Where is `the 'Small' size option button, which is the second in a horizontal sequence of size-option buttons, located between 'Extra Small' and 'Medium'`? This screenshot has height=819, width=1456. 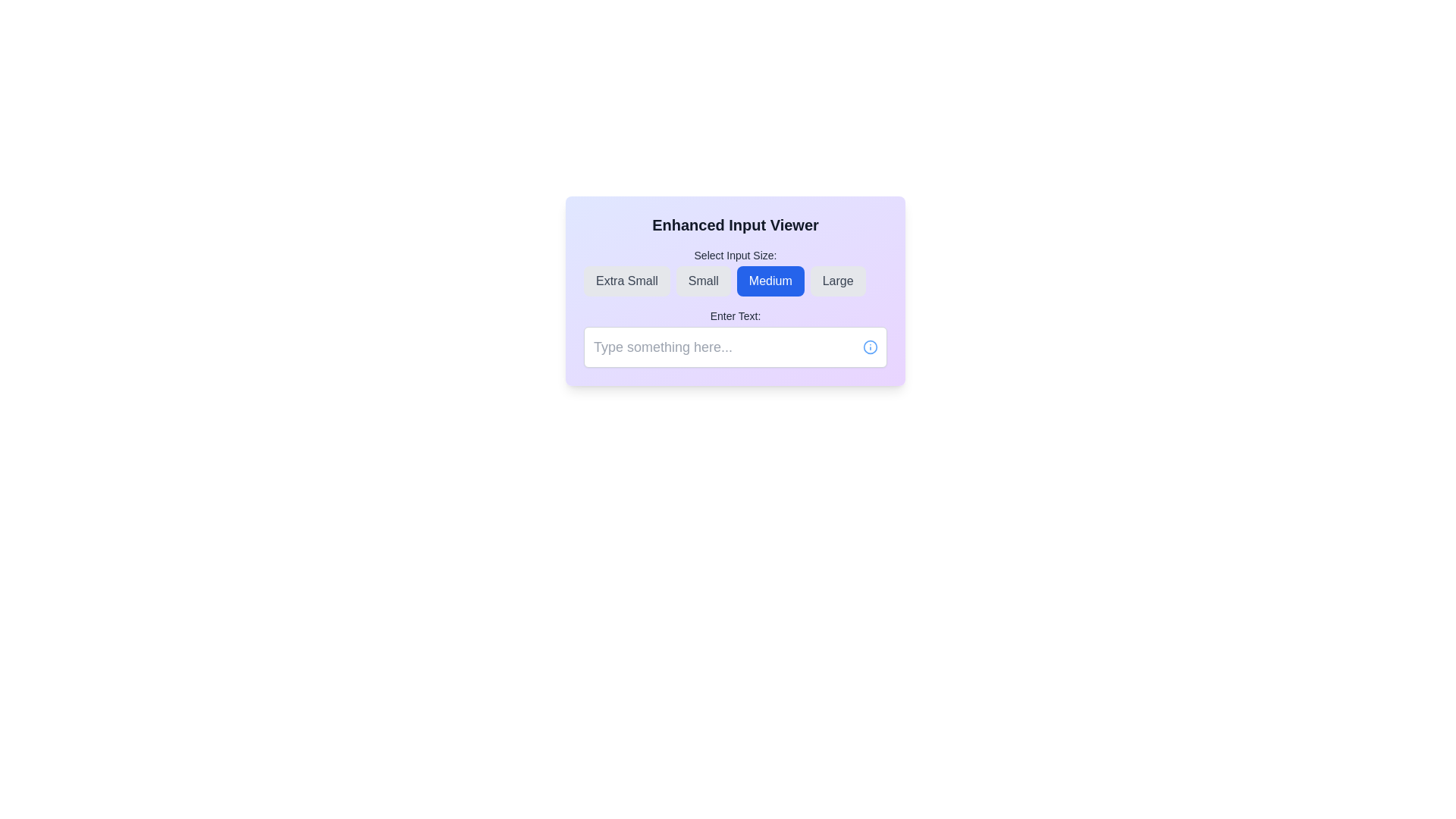
the 'Small' size option button, which is the second in a horizontal sequence of size-option buttons, located between 'Extra Small' and 'Medium' is located at coordinates (702, 281).